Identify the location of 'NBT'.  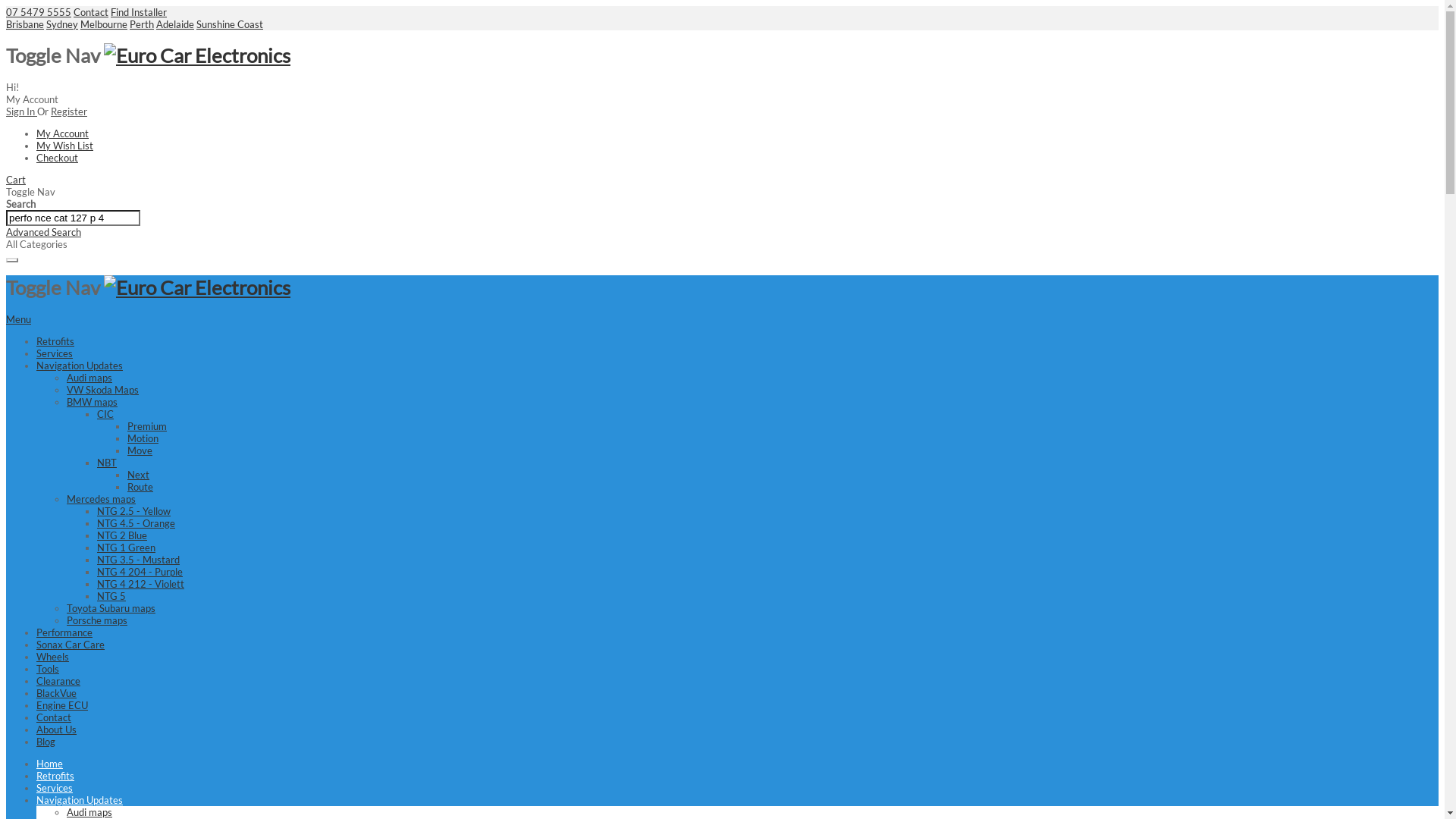
(105, 461).